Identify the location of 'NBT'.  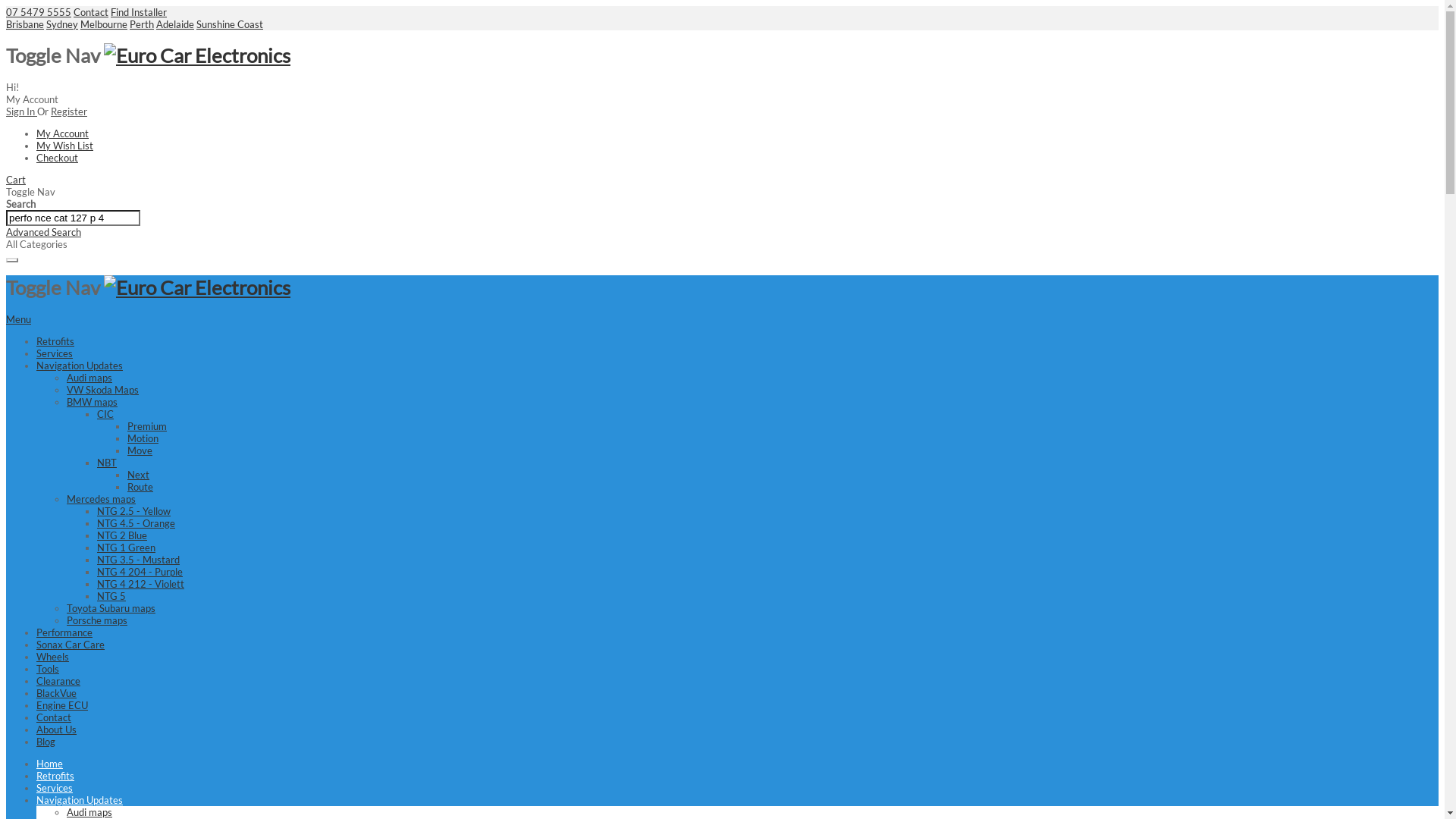
(105, 461).